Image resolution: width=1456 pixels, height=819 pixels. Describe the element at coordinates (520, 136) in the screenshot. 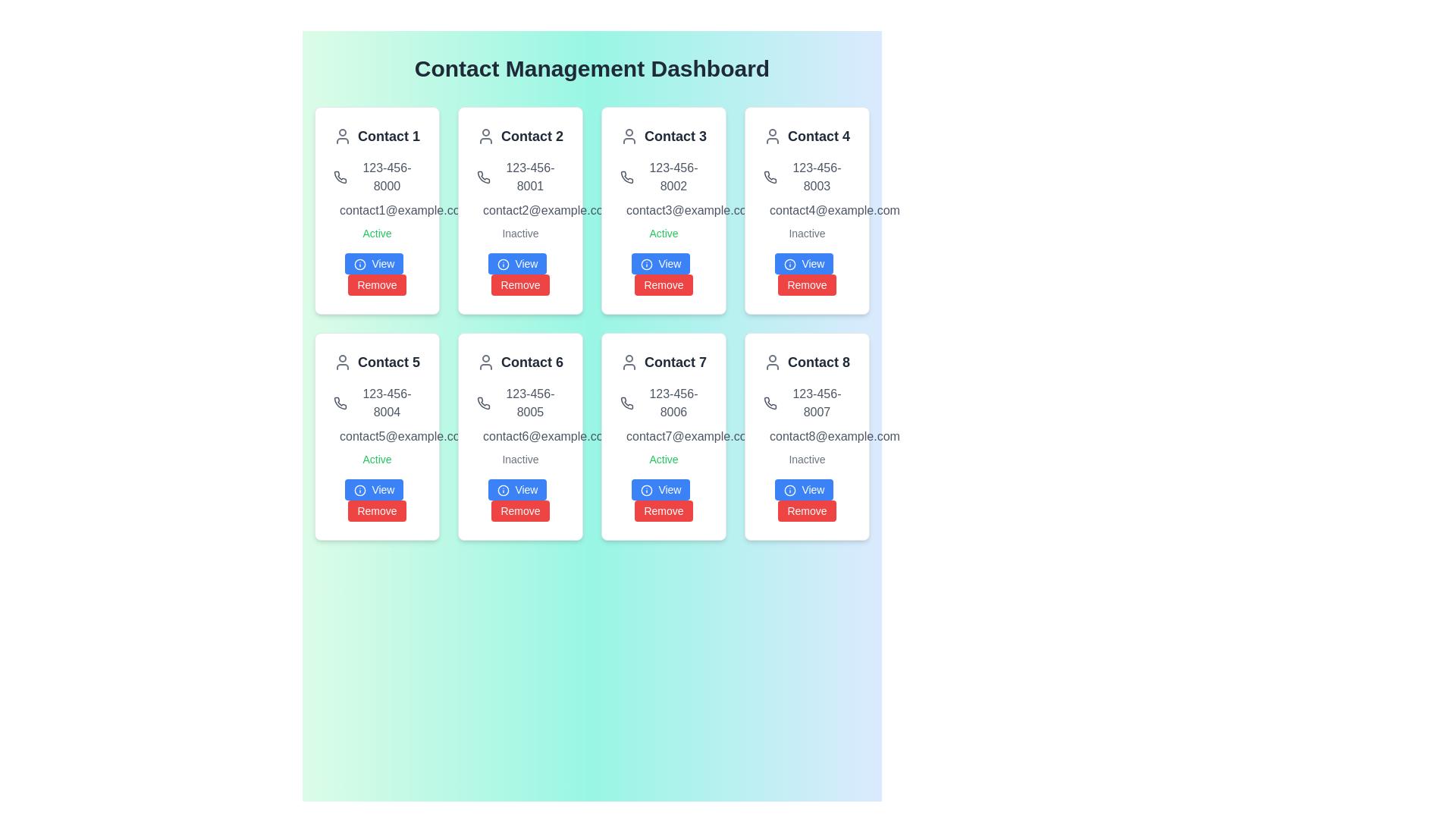

I see `text of the label displaying the contact's name at the top of the second contact card in the first row of a 4x2 grid on the dashboard` at that location.